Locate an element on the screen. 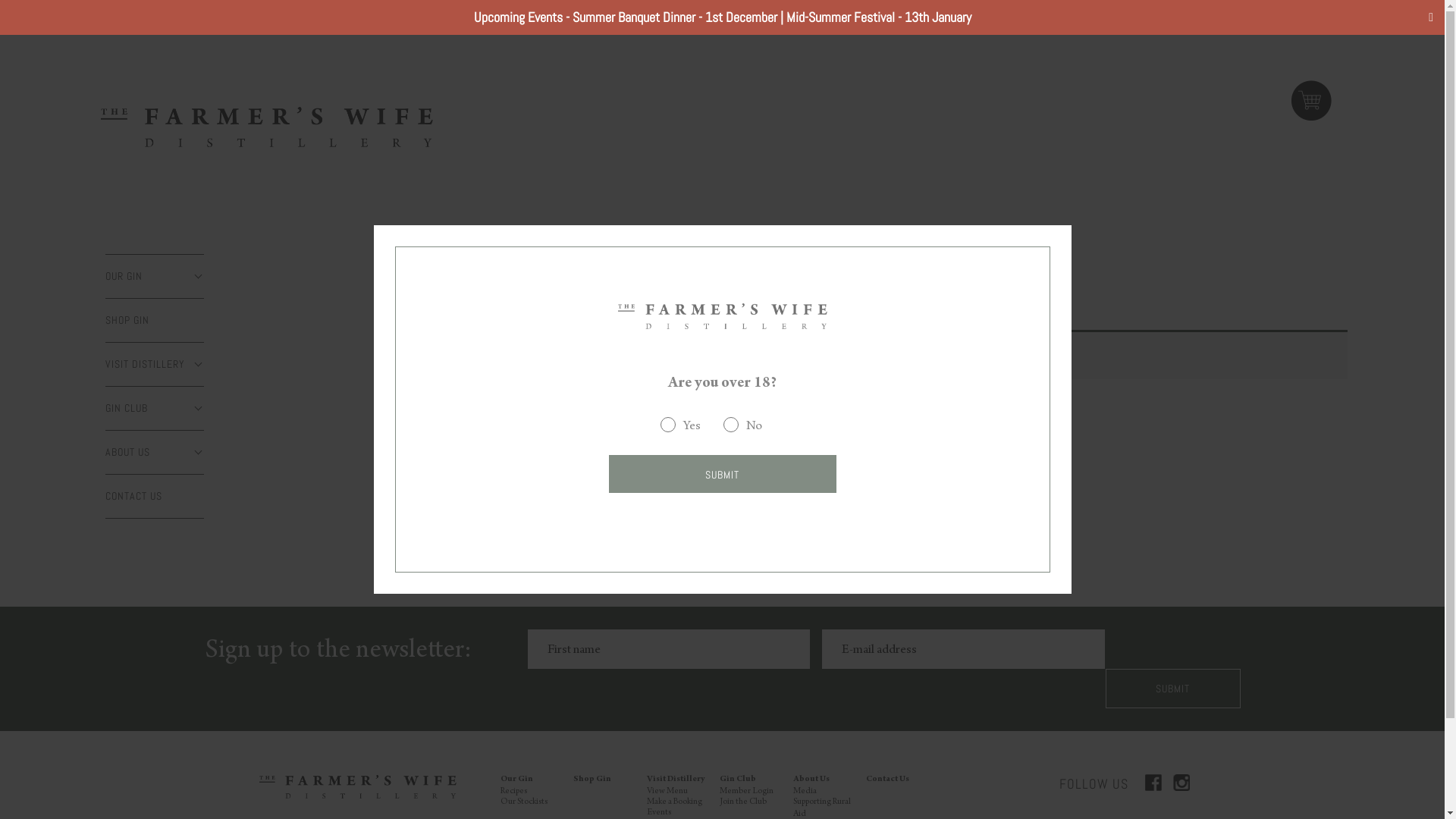  'Member Login' is located at coordinates (746, 791).